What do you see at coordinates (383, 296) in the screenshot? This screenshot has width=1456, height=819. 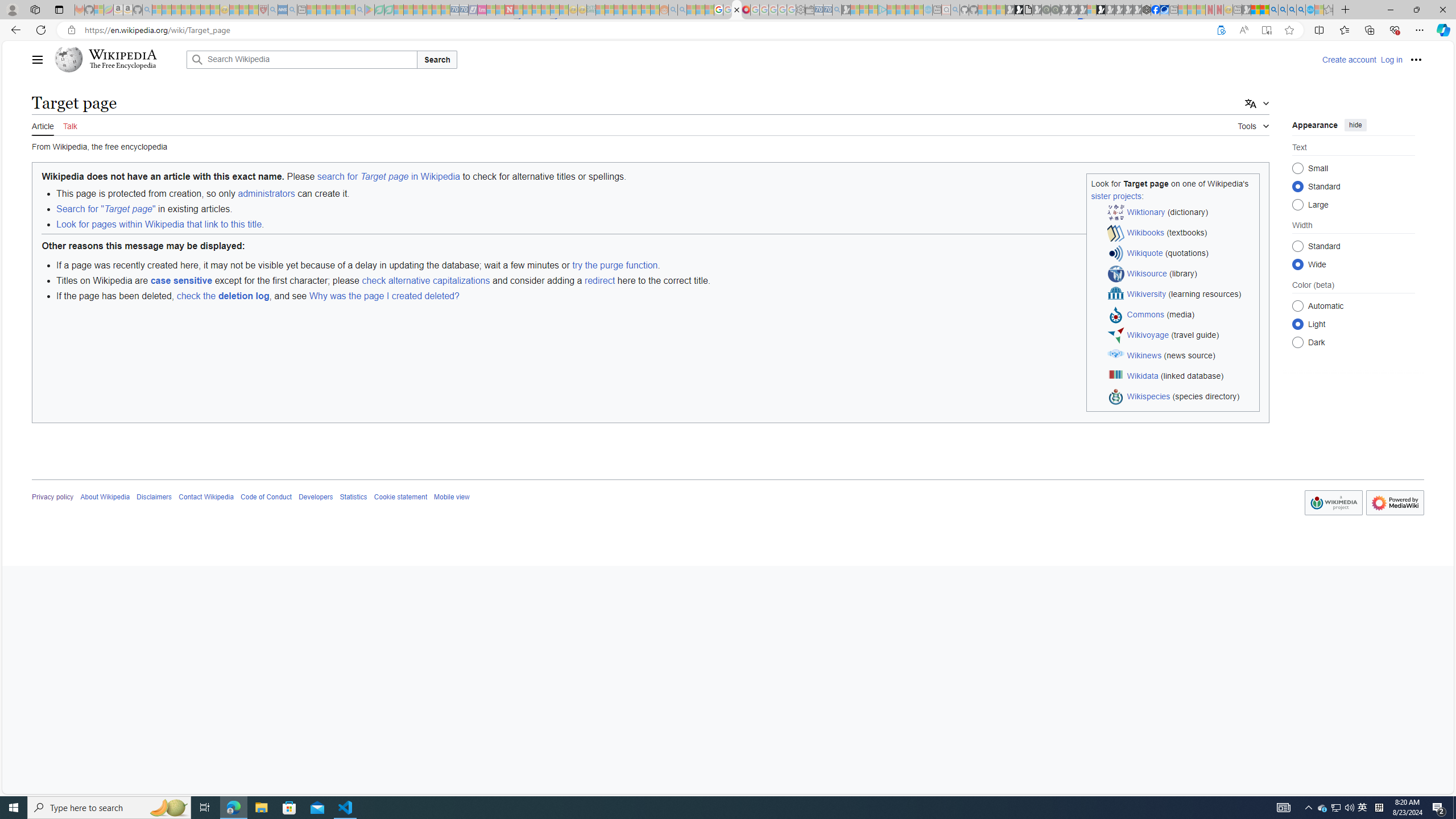 I see `'Why was the page I created deleted?'` at bounding box center [383, 296].